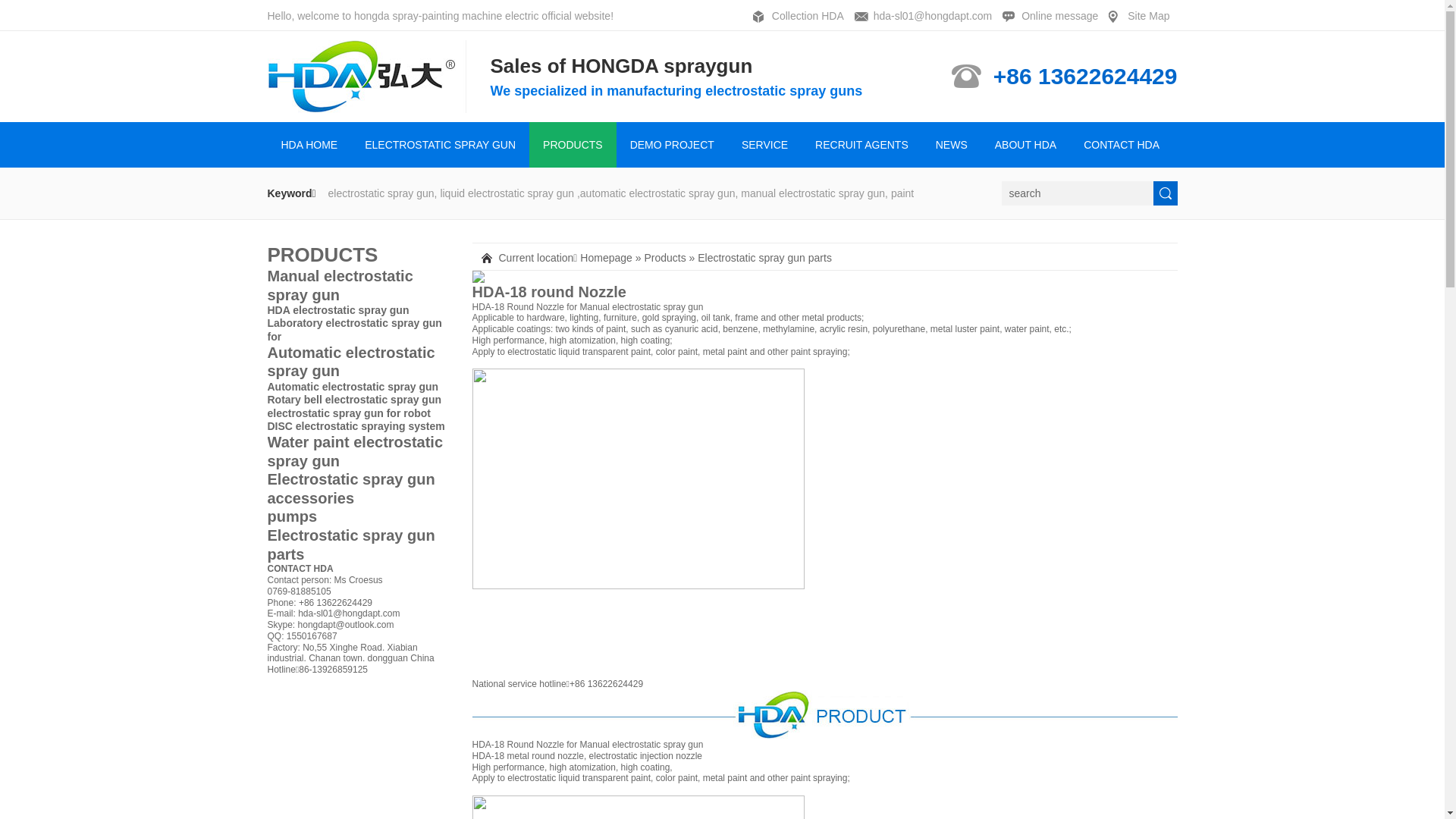 The height and width of the screenshot is (819, 1456). Describe the element at coordinates (355, 426) in the screenshot. I see `'DISC electrostatic spraying system'` at that location.